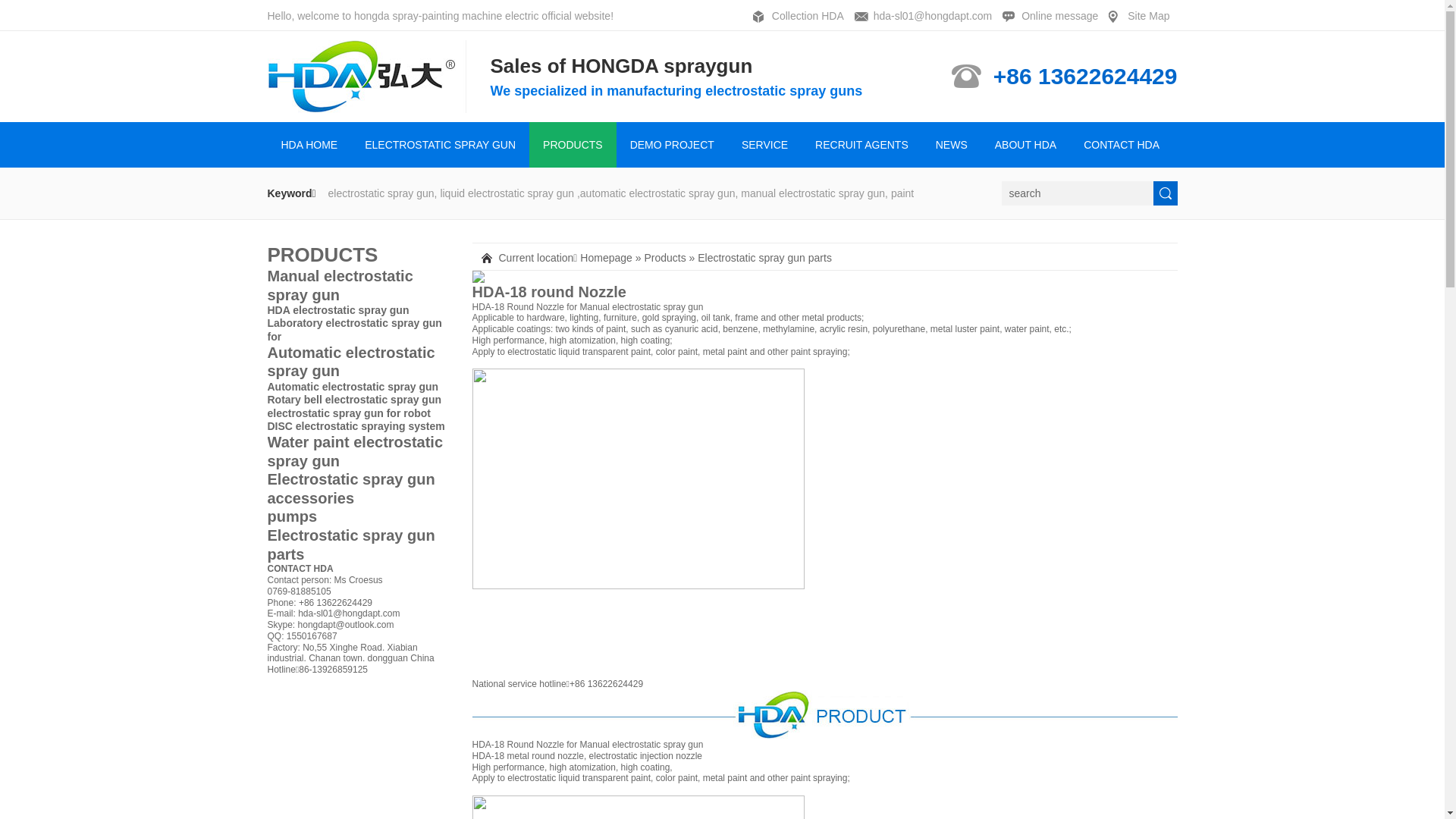 The height and width of the screenshot is (819, 1456). Describe the element at coordinates (355, 426) in the screenshot. I see `'DISC electrostatic spraying system'` at that location.